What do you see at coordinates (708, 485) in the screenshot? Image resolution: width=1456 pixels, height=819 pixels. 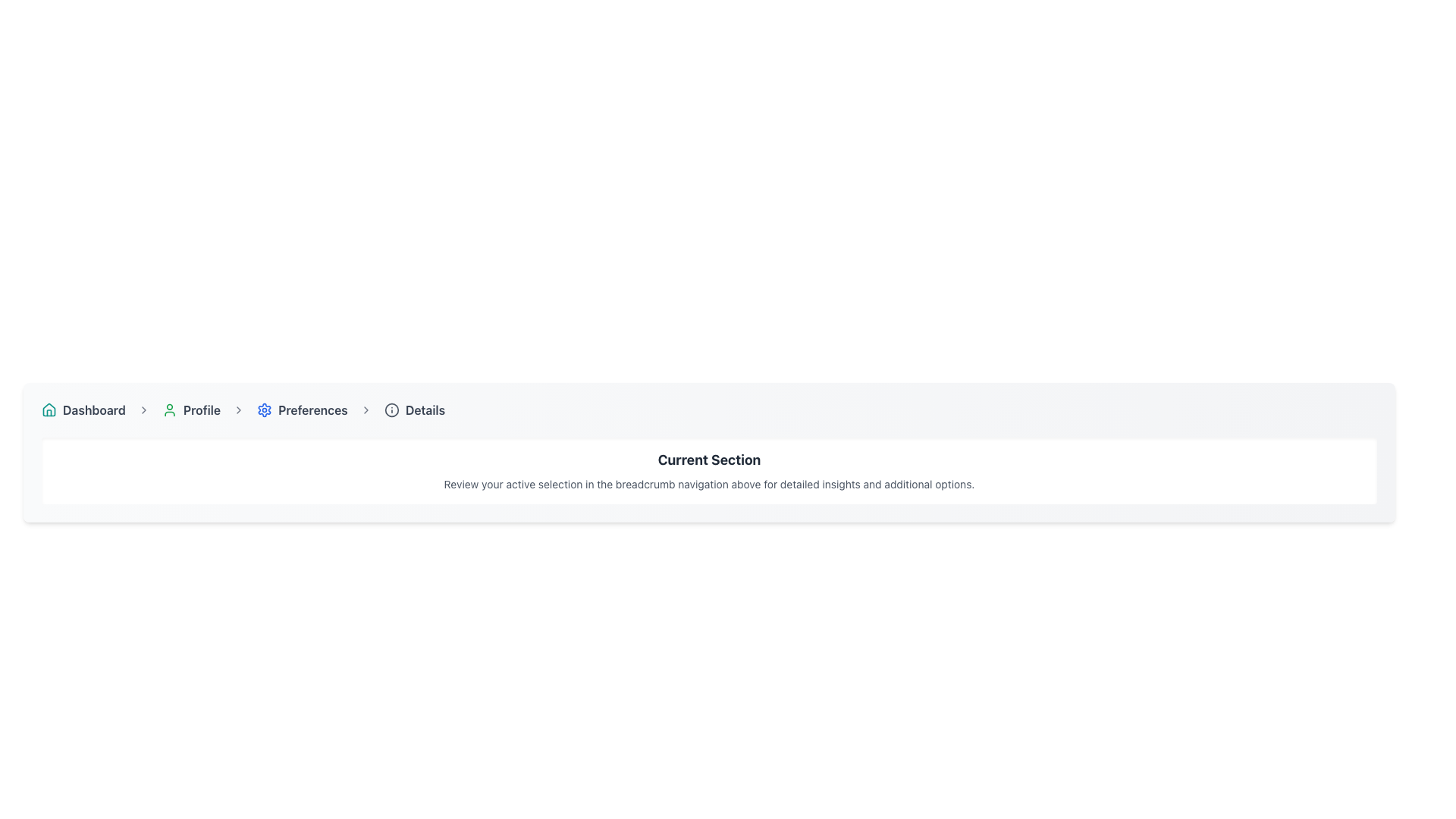 I see `the descriptive gray text located below the 'Current Section' title in the structured content area` at bounding box center [708, 485].